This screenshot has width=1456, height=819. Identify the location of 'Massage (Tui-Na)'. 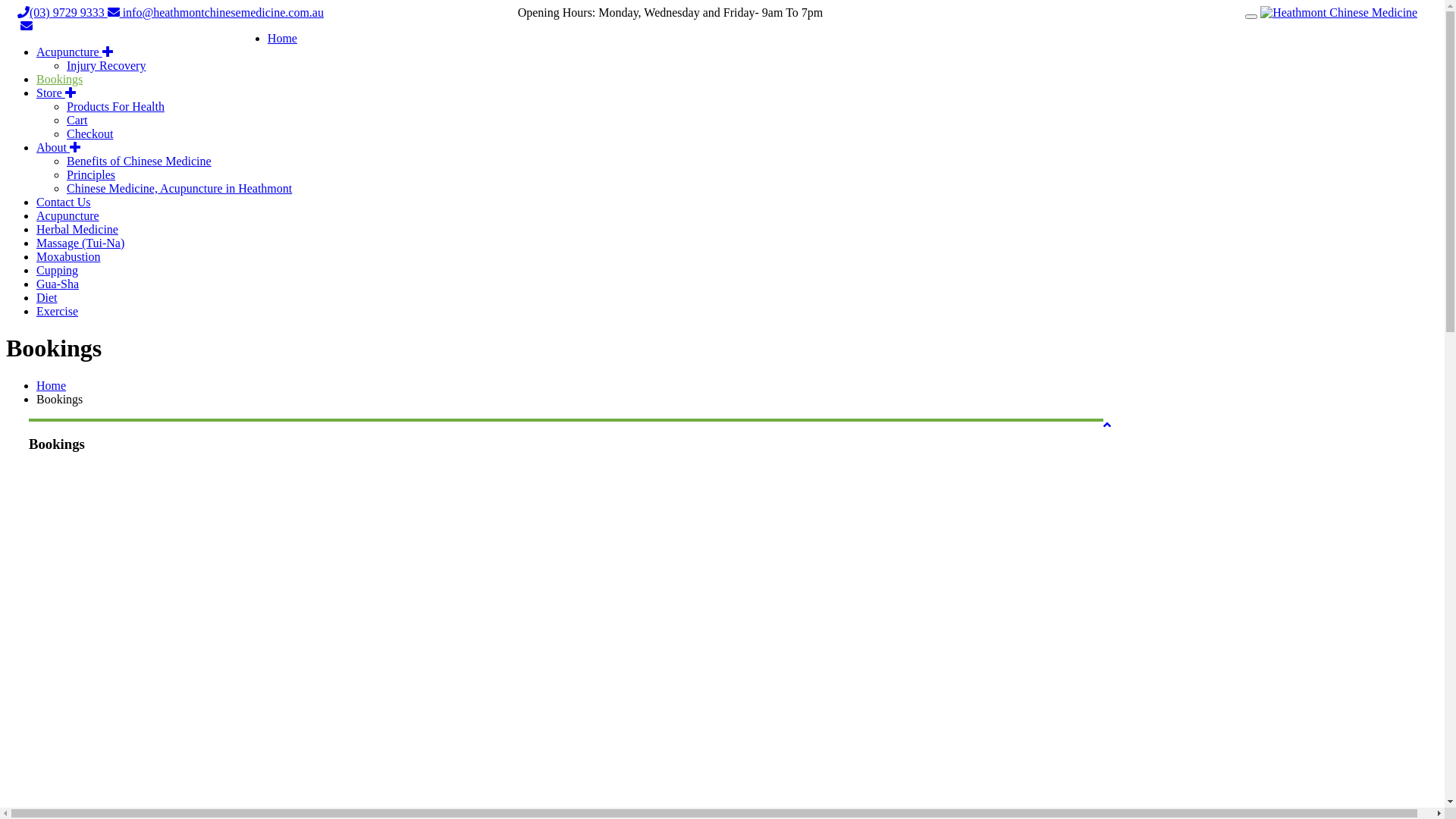
(79, 242).